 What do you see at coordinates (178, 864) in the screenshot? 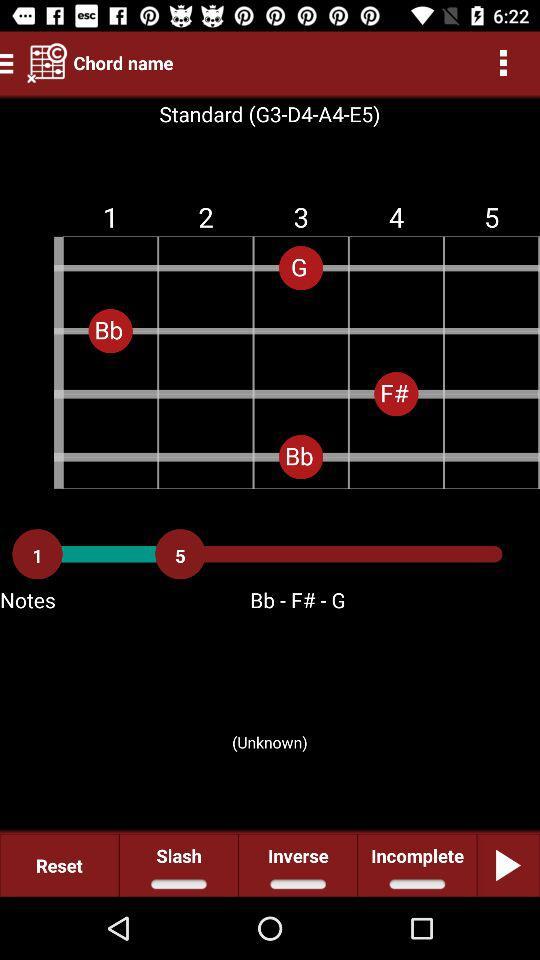
I see `the slash` at bounding box center [178, 864].